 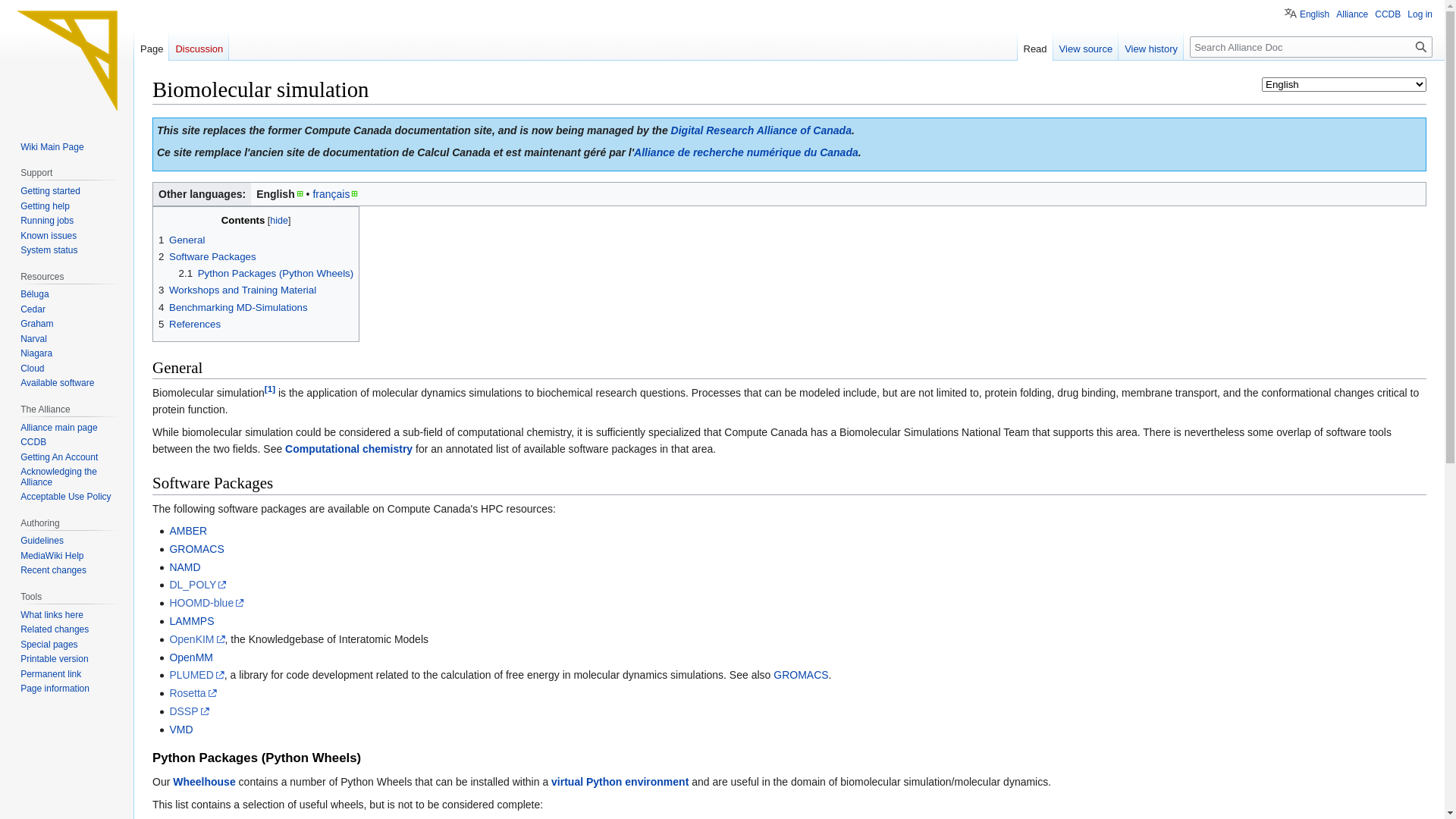 I want to click on 'MediaWiki Help', so click(x=52, y=555).